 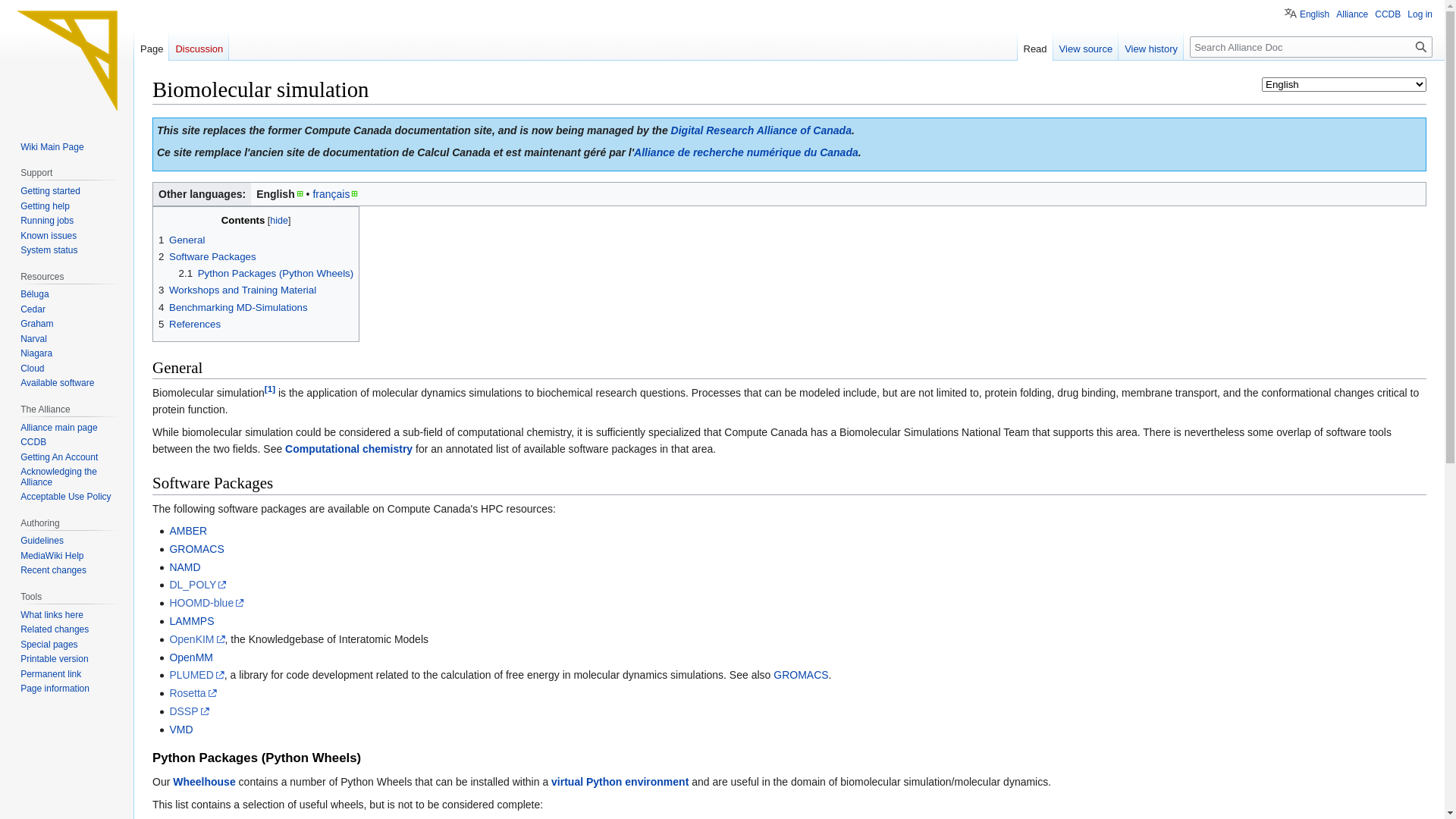 I want to click on 'MediaWiki Help', so click(x=52, y=555).